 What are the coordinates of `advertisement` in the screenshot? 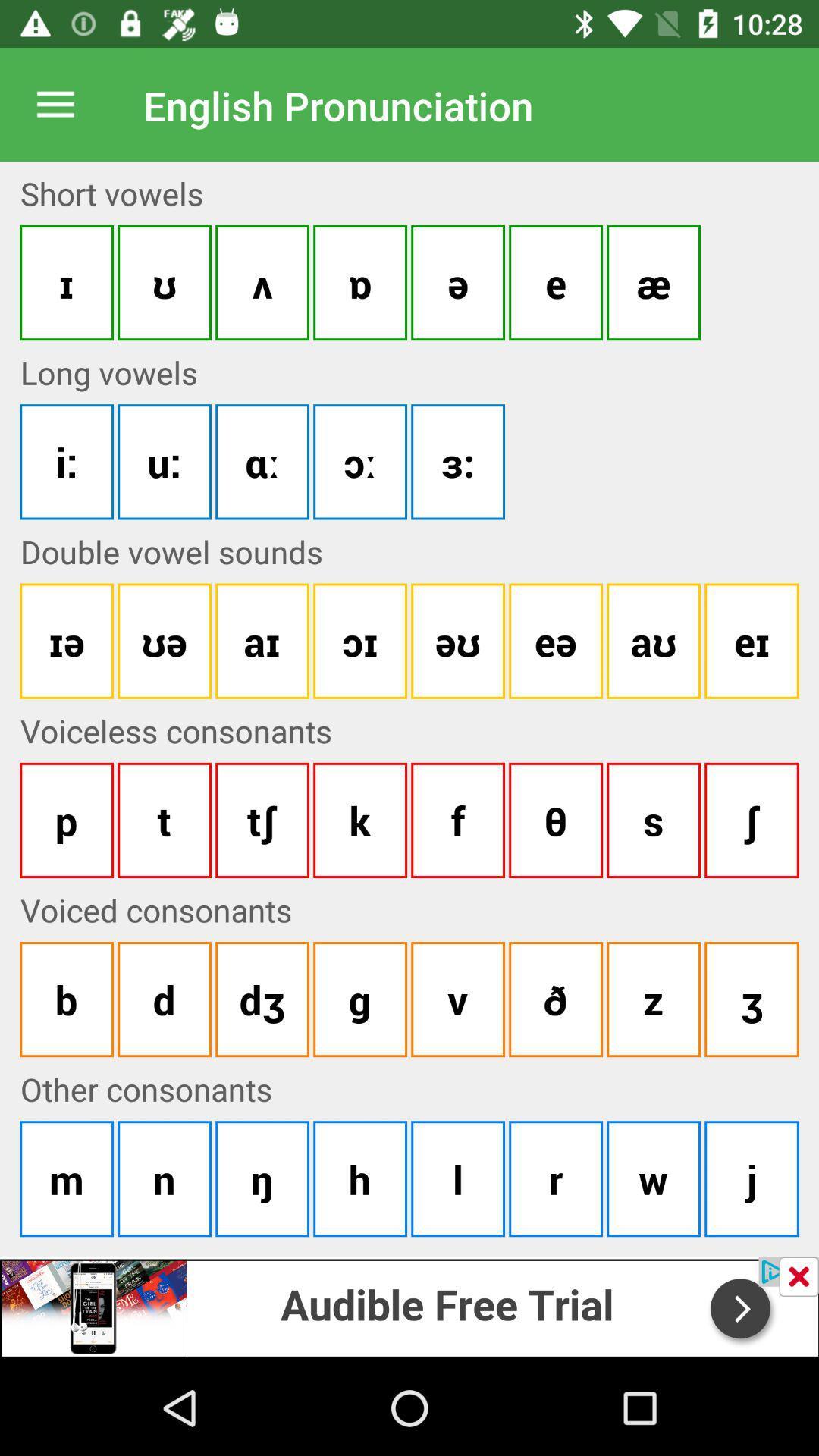 It's located at (409, 1306).